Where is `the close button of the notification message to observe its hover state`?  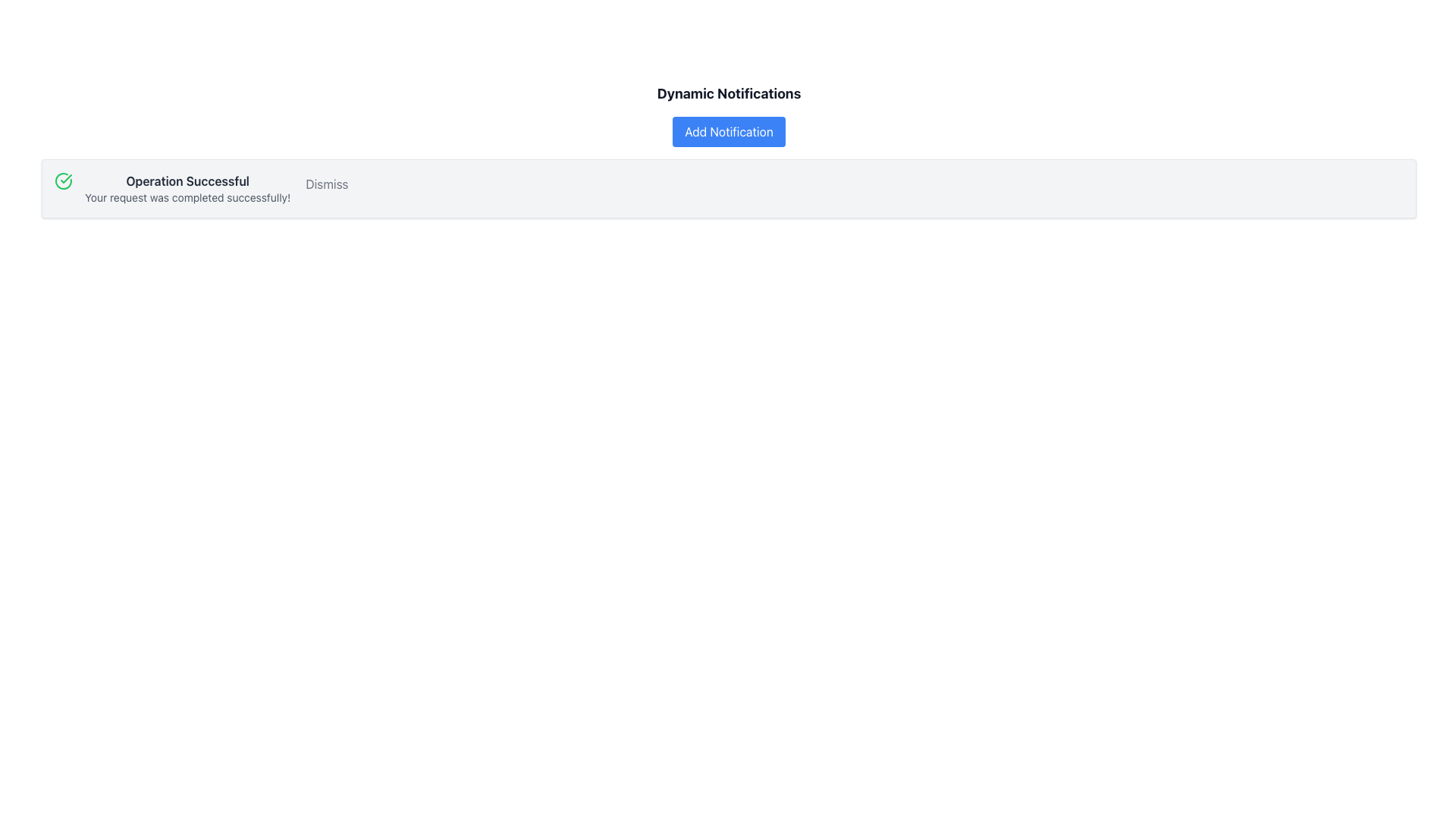 the close button of the notification message to observe its hover state is located at coordinates (326, 184).